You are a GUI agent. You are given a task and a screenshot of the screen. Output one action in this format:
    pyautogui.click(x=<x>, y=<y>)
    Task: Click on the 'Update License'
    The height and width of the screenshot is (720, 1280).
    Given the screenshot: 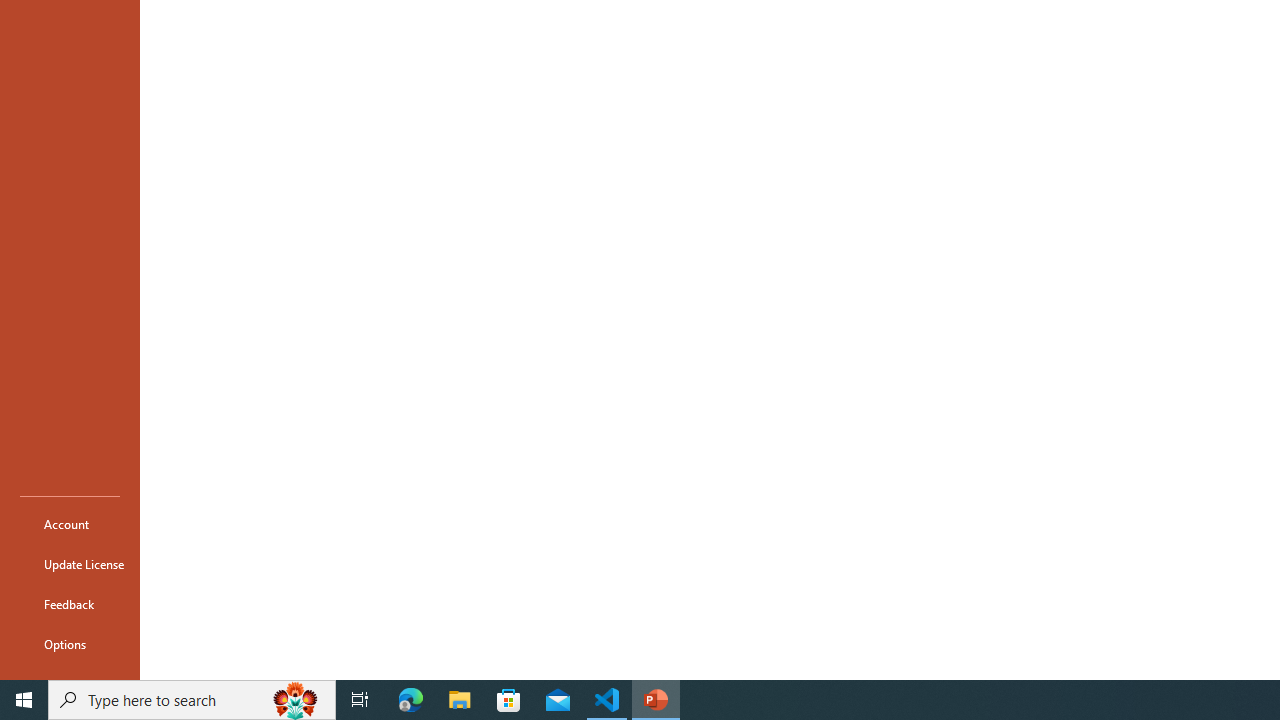 What is the action you would take?
    pyautogui.click(x=69, y=564)
    